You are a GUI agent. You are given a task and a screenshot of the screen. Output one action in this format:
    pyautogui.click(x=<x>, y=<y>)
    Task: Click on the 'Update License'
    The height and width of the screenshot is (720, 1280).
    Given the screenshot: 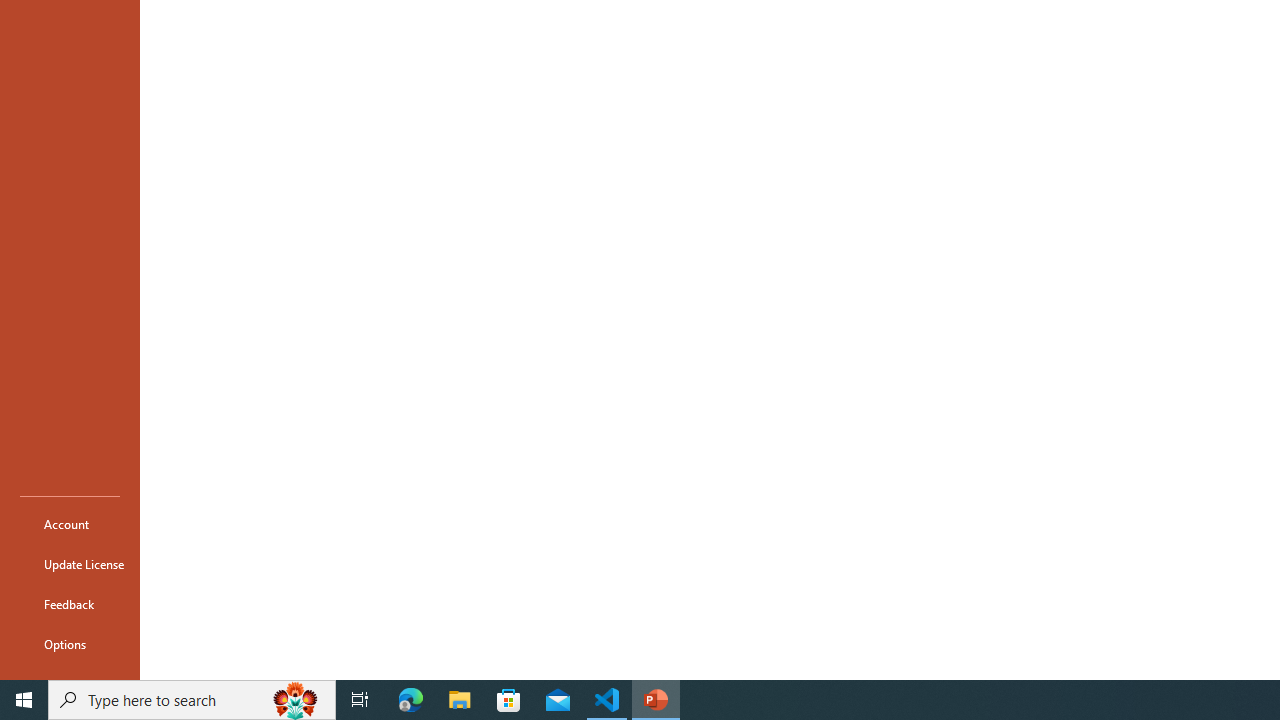 What is the action you would take?
    pyautogui.click(x=69, y=564)
    